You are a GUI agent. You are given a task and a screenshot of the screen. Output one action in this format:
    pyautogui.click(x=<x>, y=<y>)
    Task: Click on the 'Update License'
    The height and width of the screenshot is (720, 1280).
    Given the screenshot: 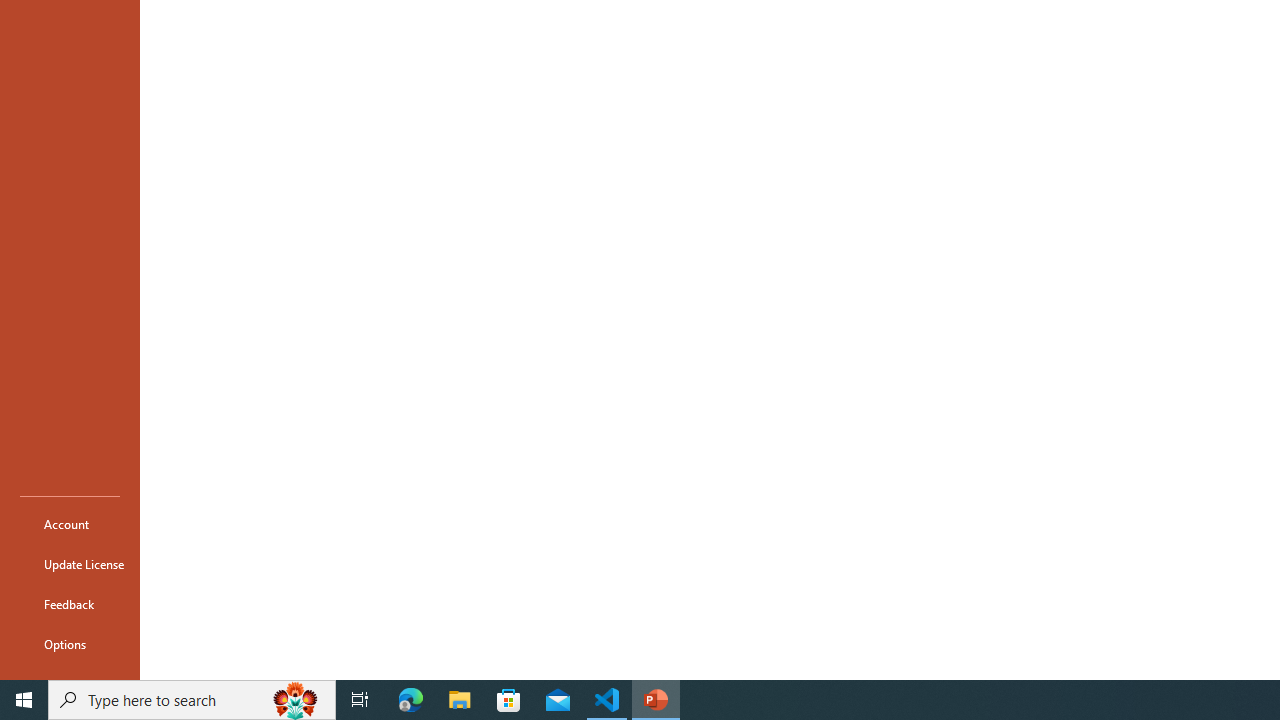 What is the action you would take?
    pyautogui.click(x=69, y=564)
    